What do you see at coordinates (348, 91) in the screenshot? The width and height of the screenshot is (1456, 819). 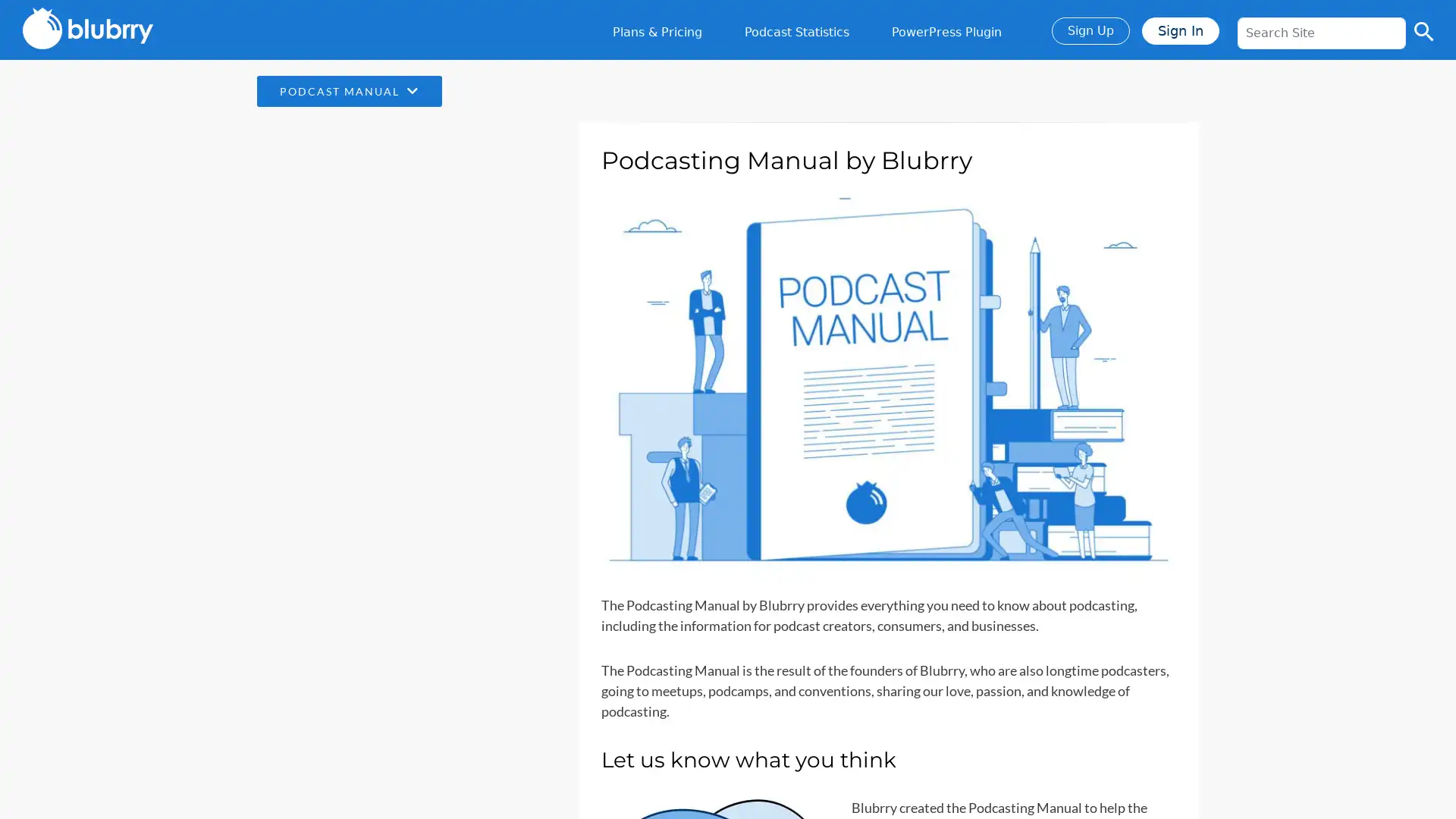 I see `PODCAST MANUAL` at bounding box center [348, 91].